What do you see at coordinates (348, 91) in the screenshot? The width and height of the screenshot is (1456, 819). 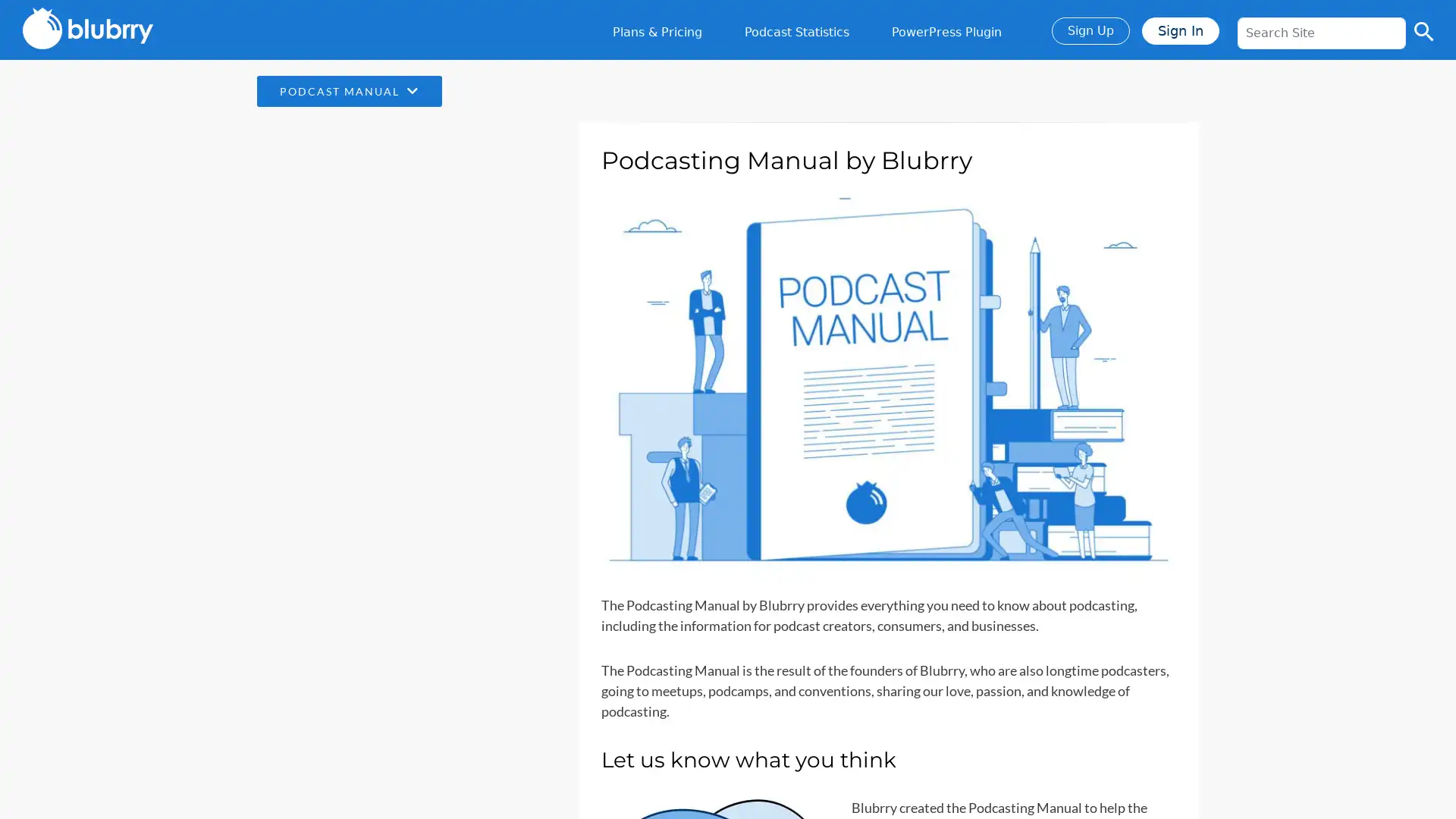 I see `PODCAST MANUAL` at bounding box center [348, 91].